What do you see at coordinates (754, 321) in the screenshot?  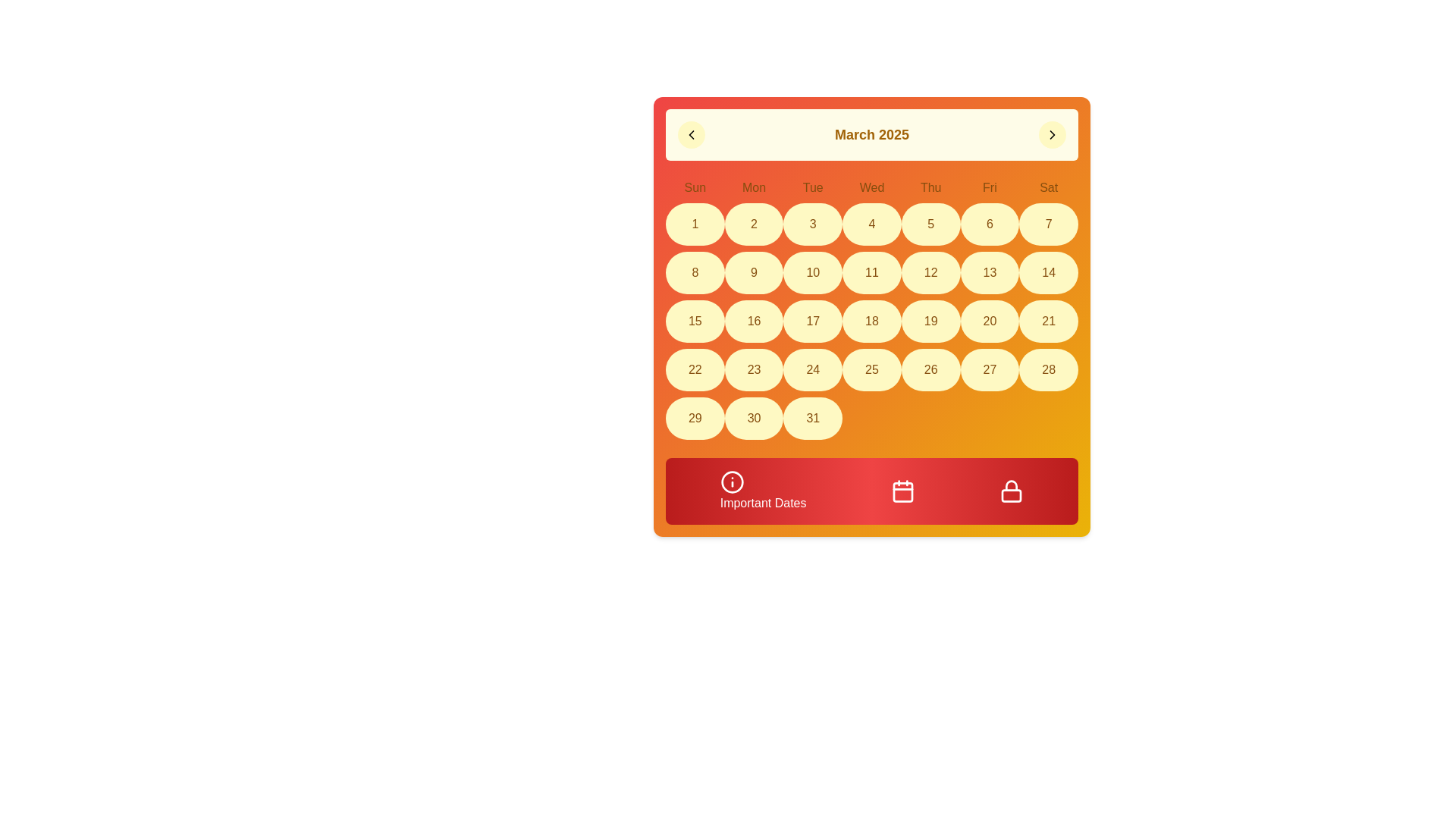 I see `the calendar cell representing the date 16th` at bounding box center [754, 321].